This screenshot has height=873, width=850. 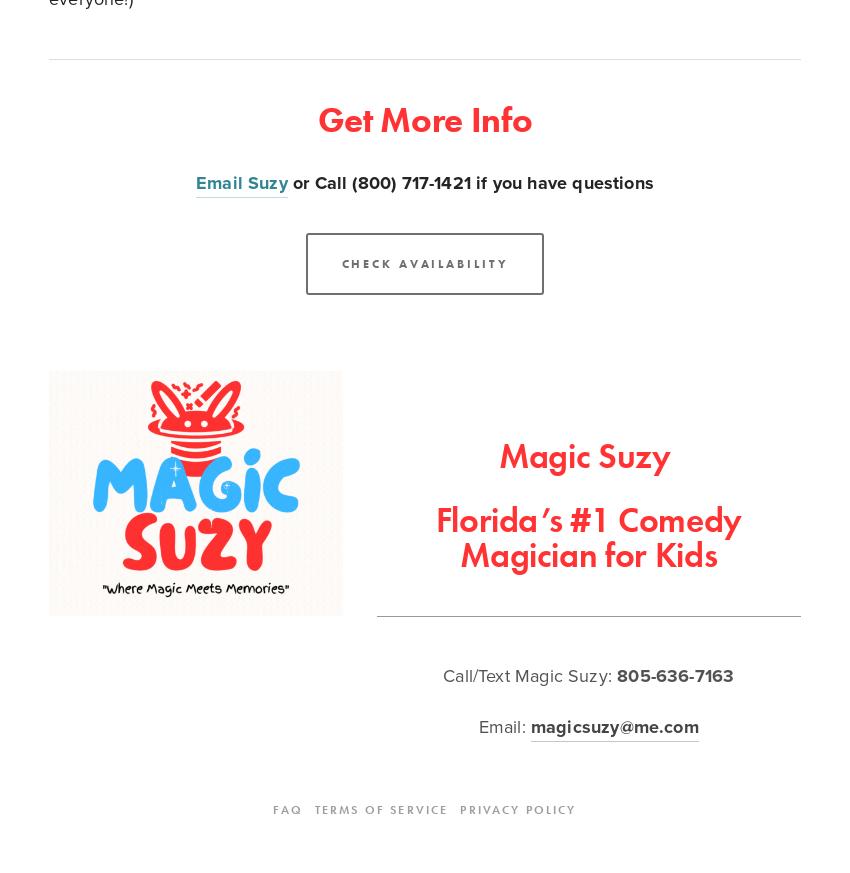 I want to click on 'Get More Info', so click(x=424, y=119).